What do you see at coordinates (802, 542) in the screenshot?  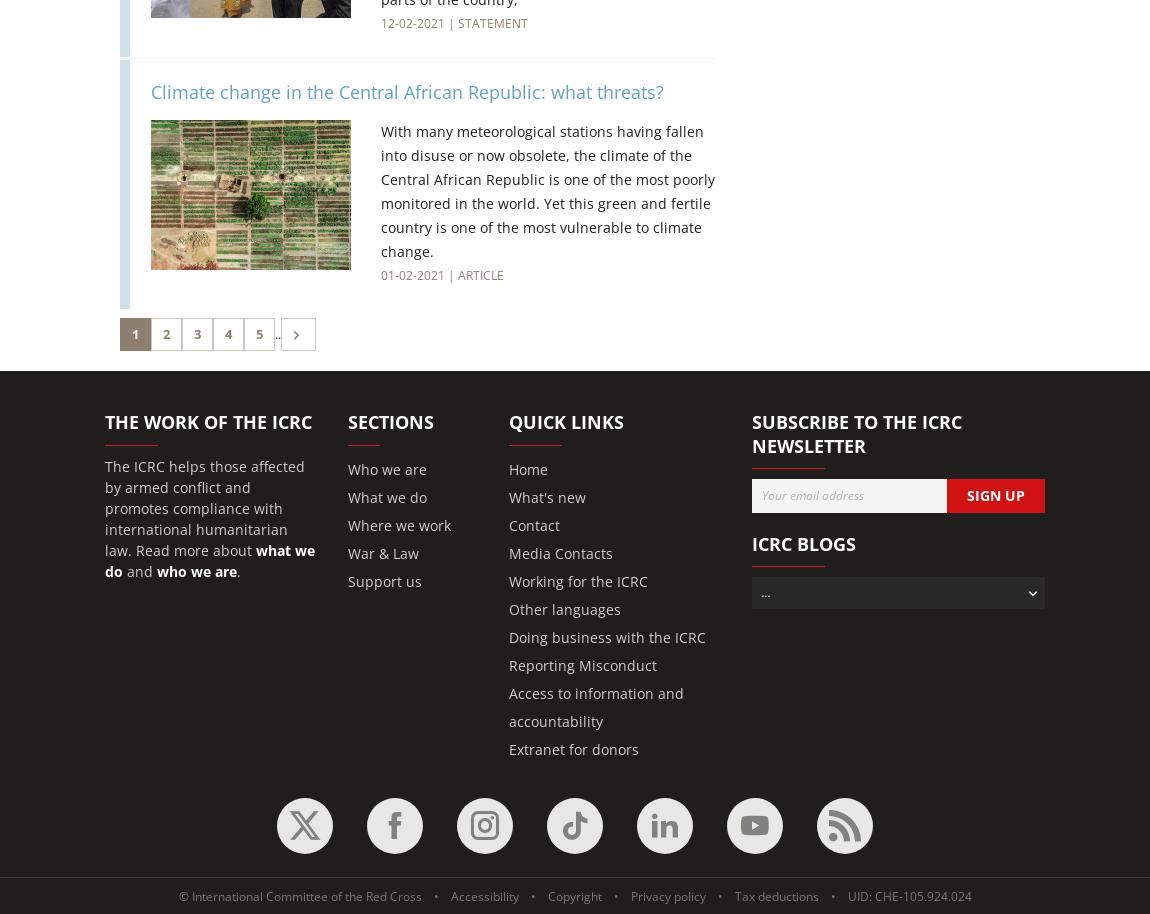 I see `'ICRC Blogs'` at bounding box center [802, 542].